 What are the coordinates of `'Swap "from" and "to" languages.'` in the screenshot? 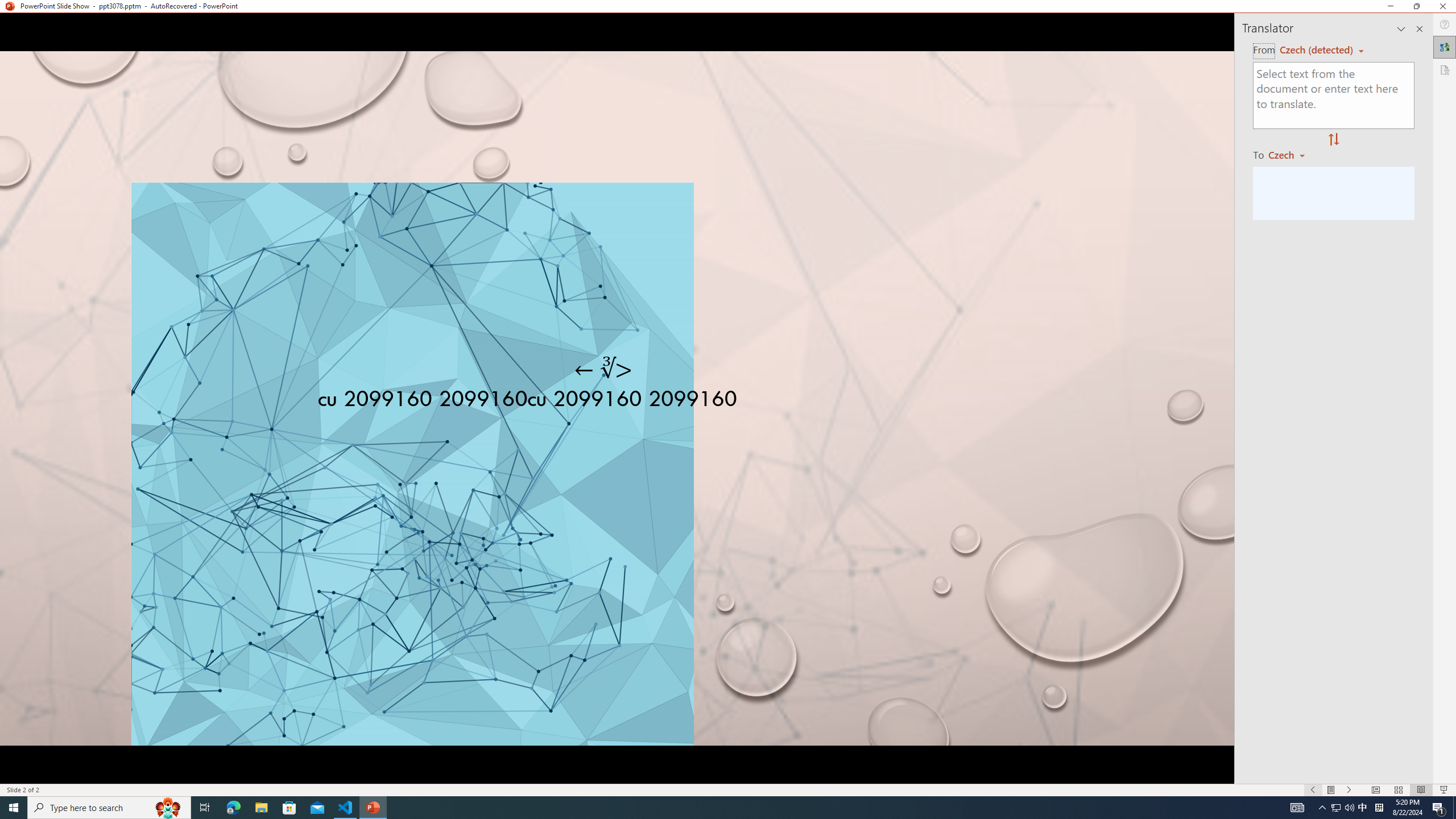 It's located at (1333, 139).